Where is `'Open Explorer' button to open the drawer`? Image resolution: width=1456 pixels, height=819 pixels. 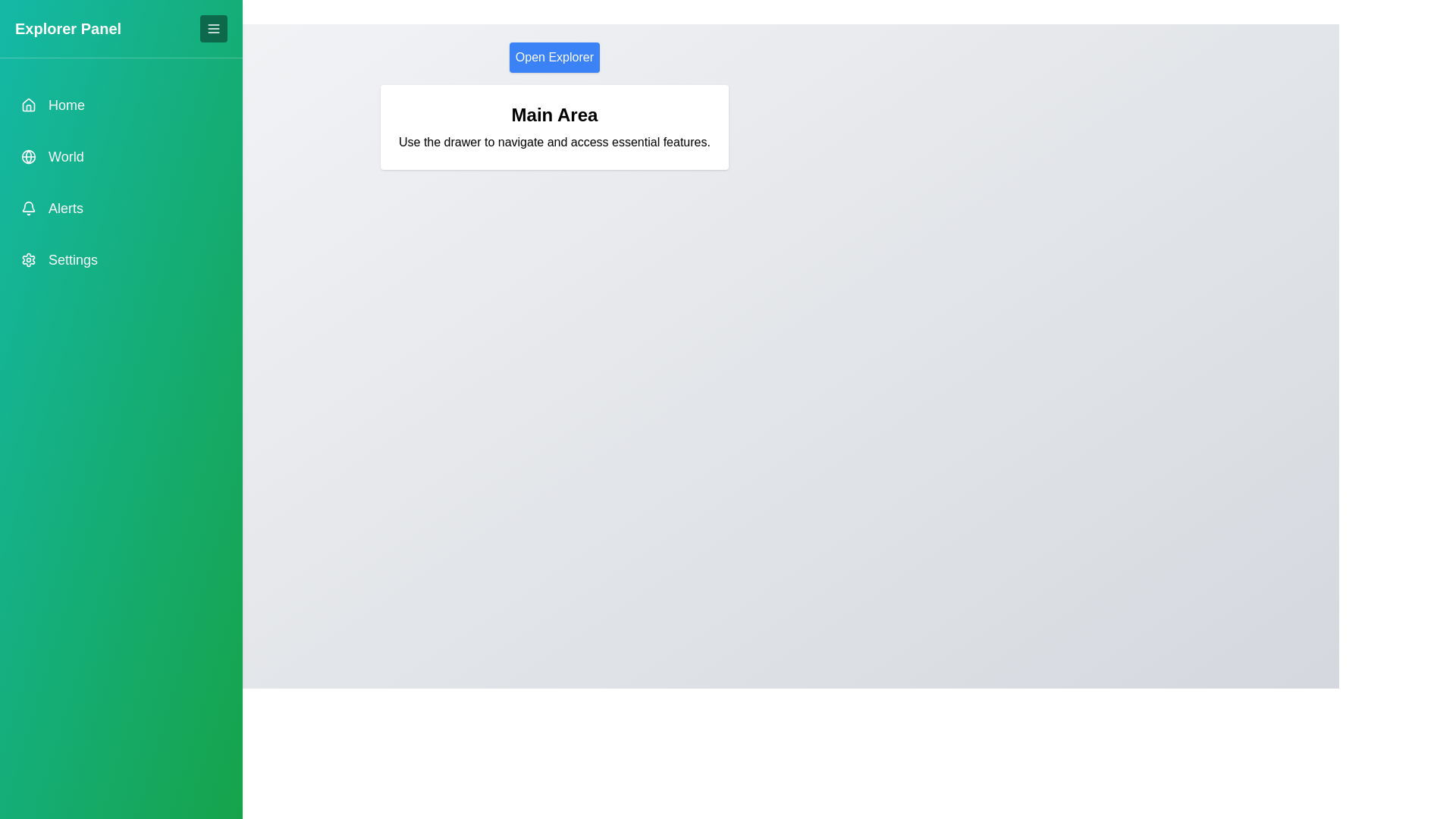
'Open Explorer' button to open the drawer is located at coordinates (553, 57).